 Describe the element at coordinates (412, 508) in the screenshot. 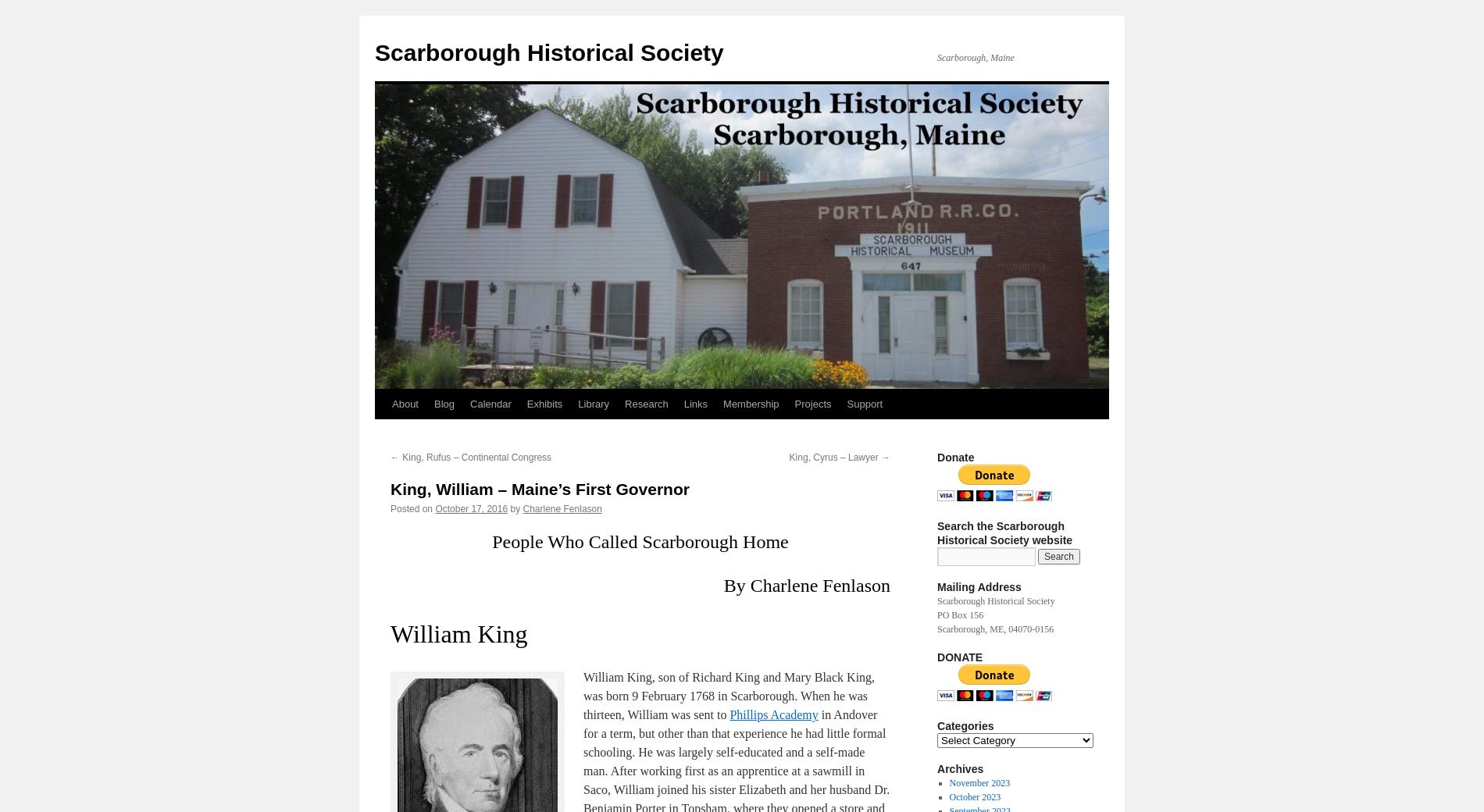

I see `'Posted on'` at that location.